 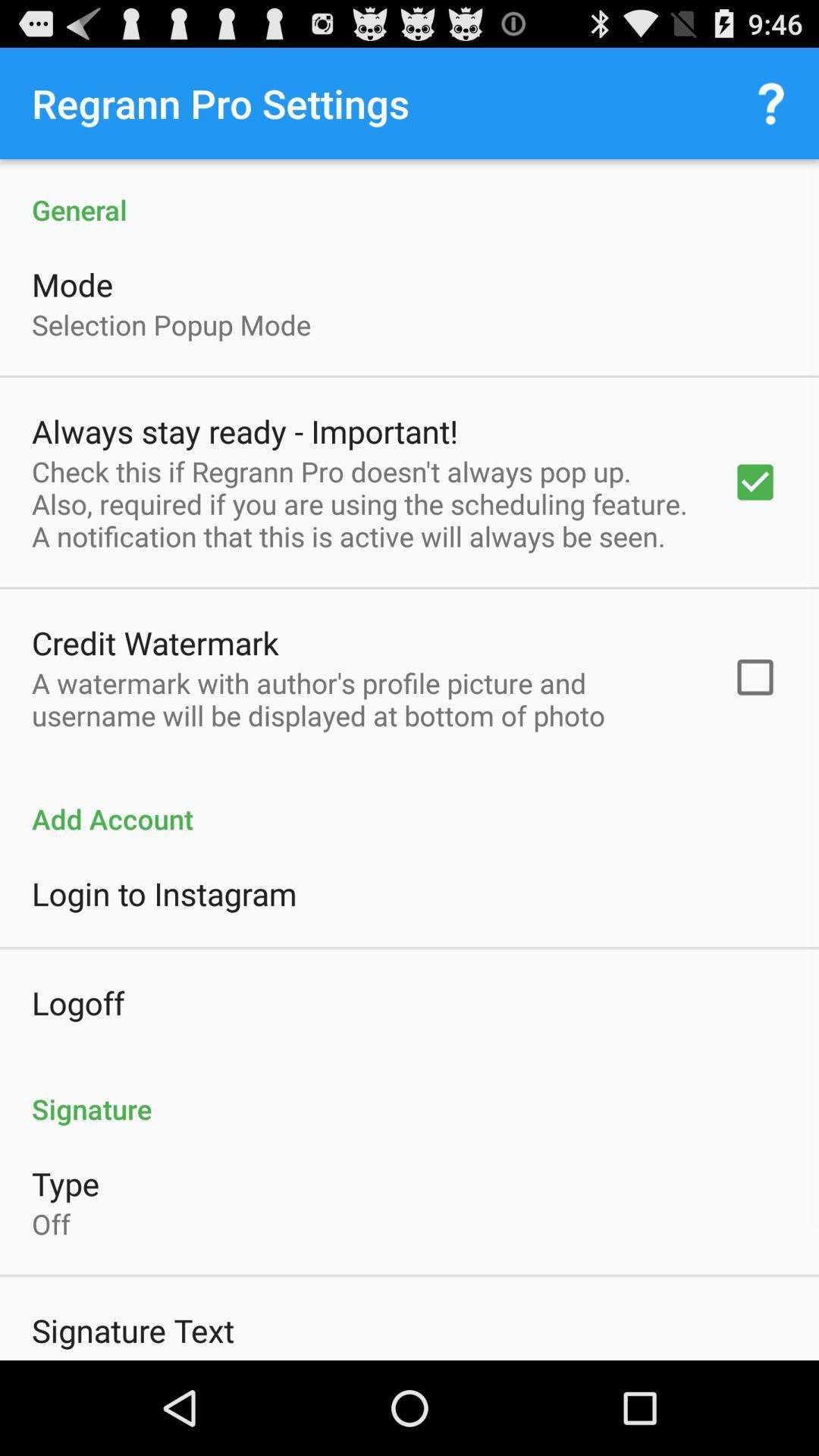 I want to click on the check this if, so click(x=362, y=504).